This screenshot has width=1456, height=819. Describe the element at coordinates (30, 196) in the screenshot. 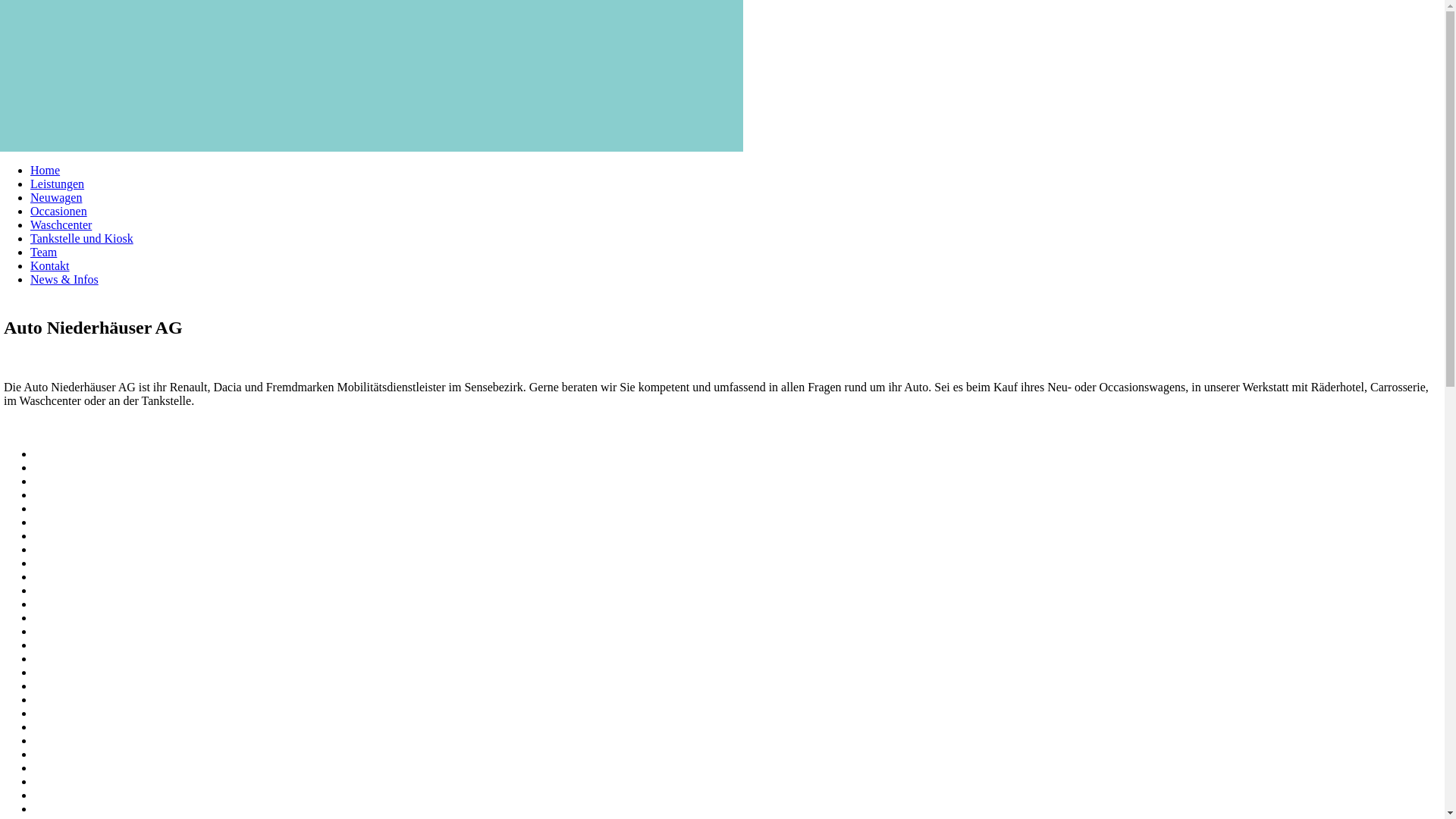

I see `'Neuwagen'` at that location.